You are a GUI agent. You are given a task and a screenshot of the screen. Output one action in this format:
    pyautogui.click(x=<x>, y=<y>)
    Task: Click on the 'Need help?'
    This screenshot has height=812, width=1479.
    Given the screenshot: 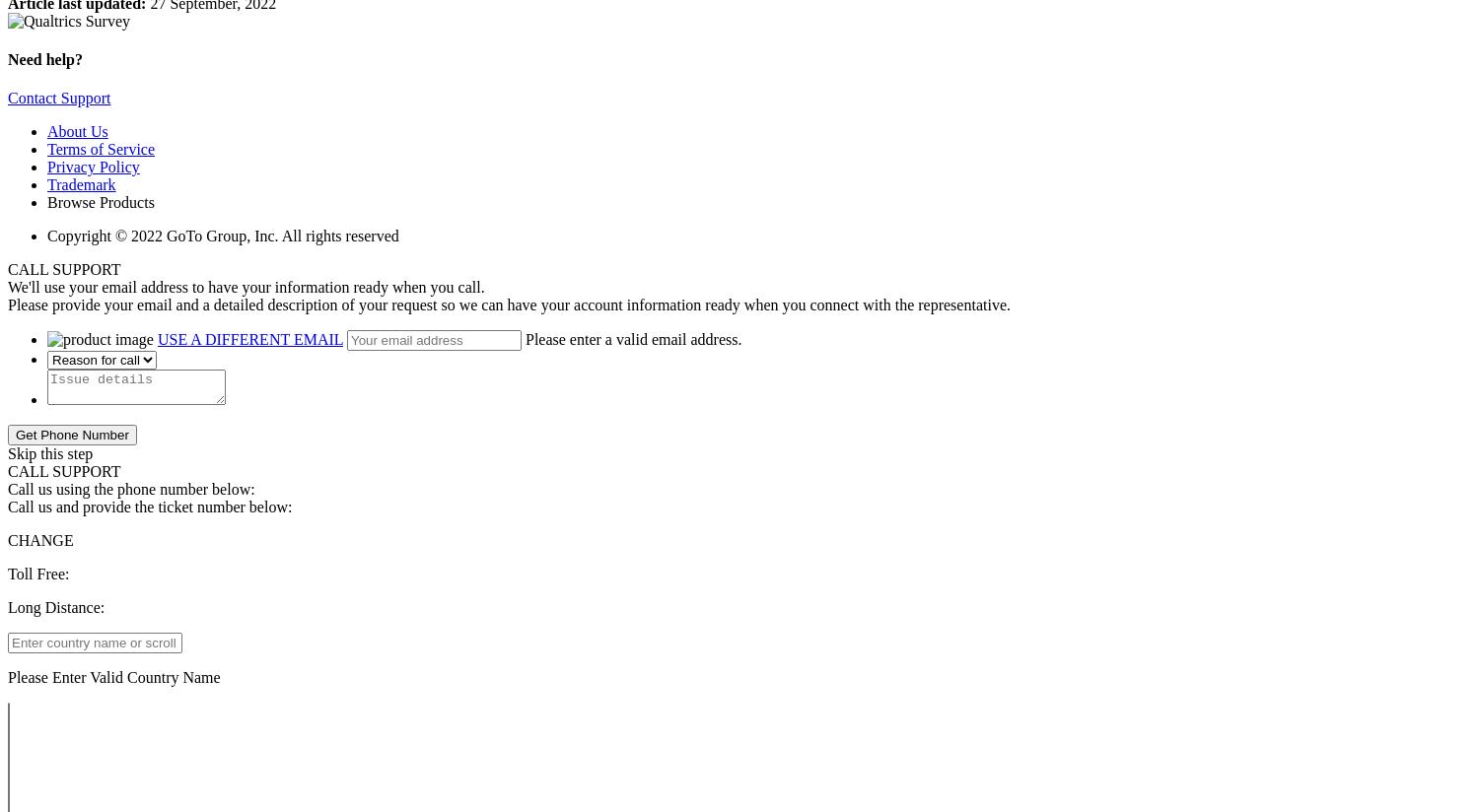 What is the action you would take?
    pyautogui.click(x=45, y=59)
    